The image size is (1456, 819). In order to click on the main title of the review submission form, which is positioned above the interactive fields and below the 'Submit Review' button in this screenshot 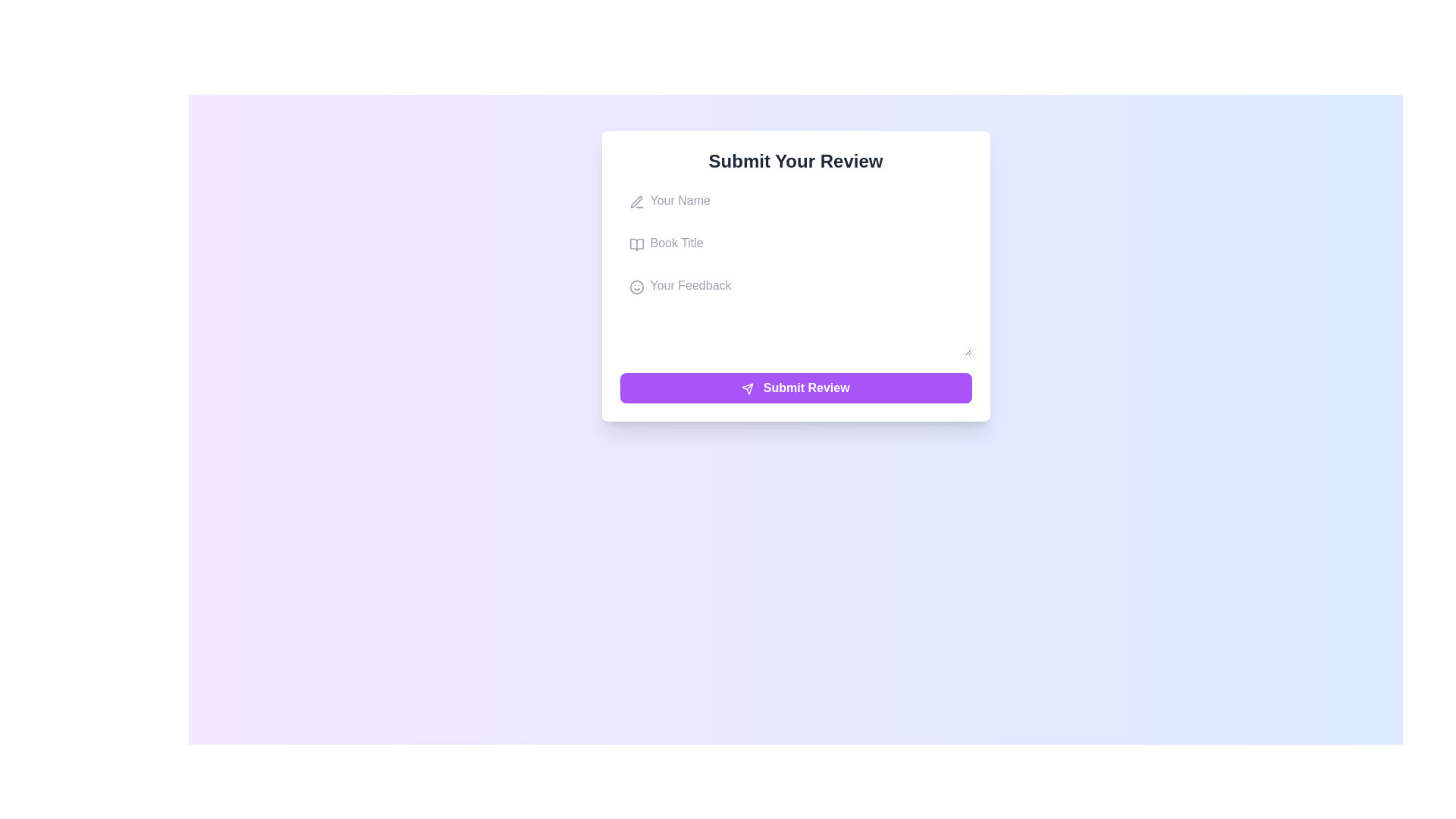, I will do `click(795, 161)`.